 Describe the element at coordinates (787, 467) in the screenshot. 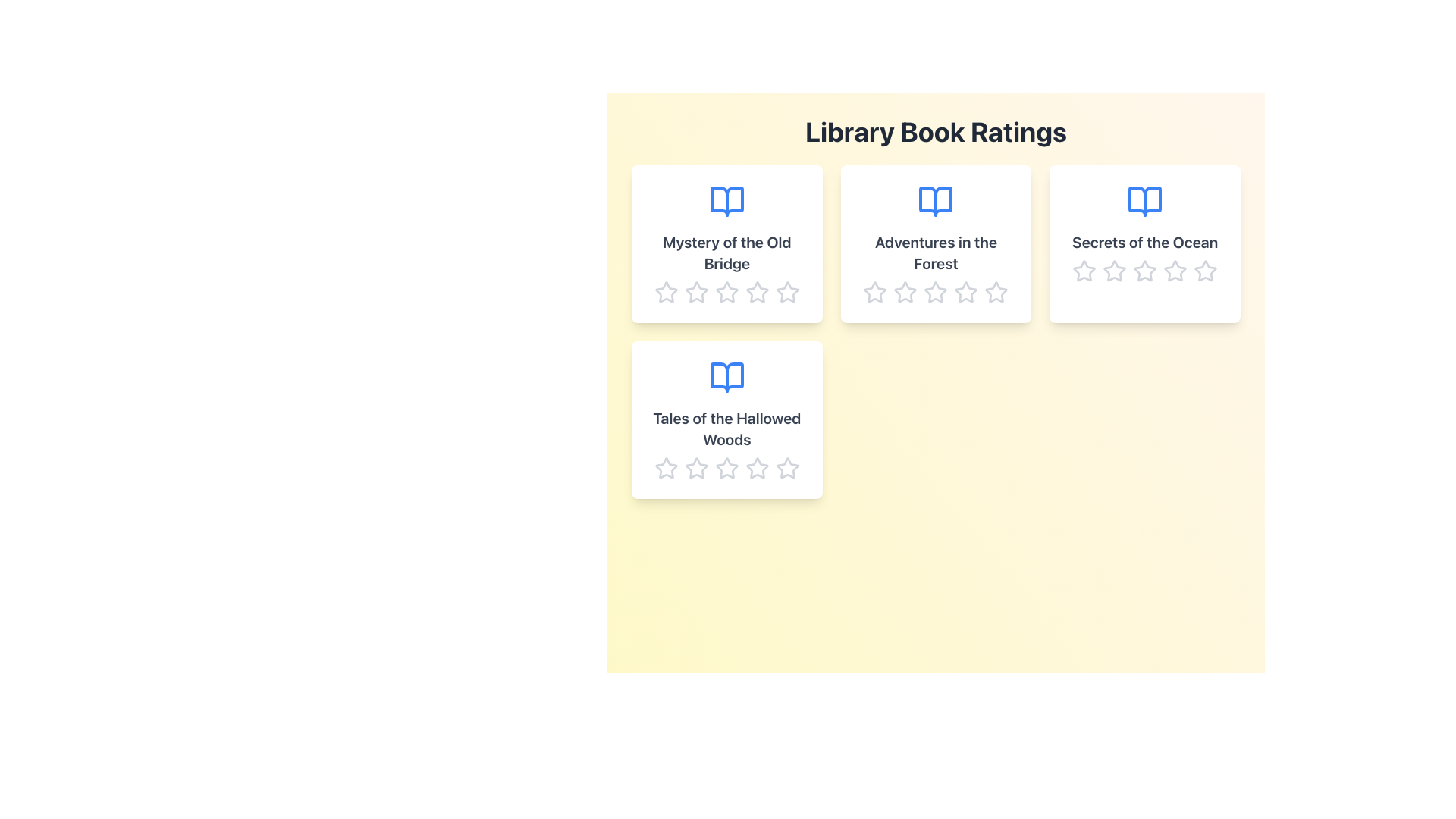

I see `the fifth star icon` at that location.